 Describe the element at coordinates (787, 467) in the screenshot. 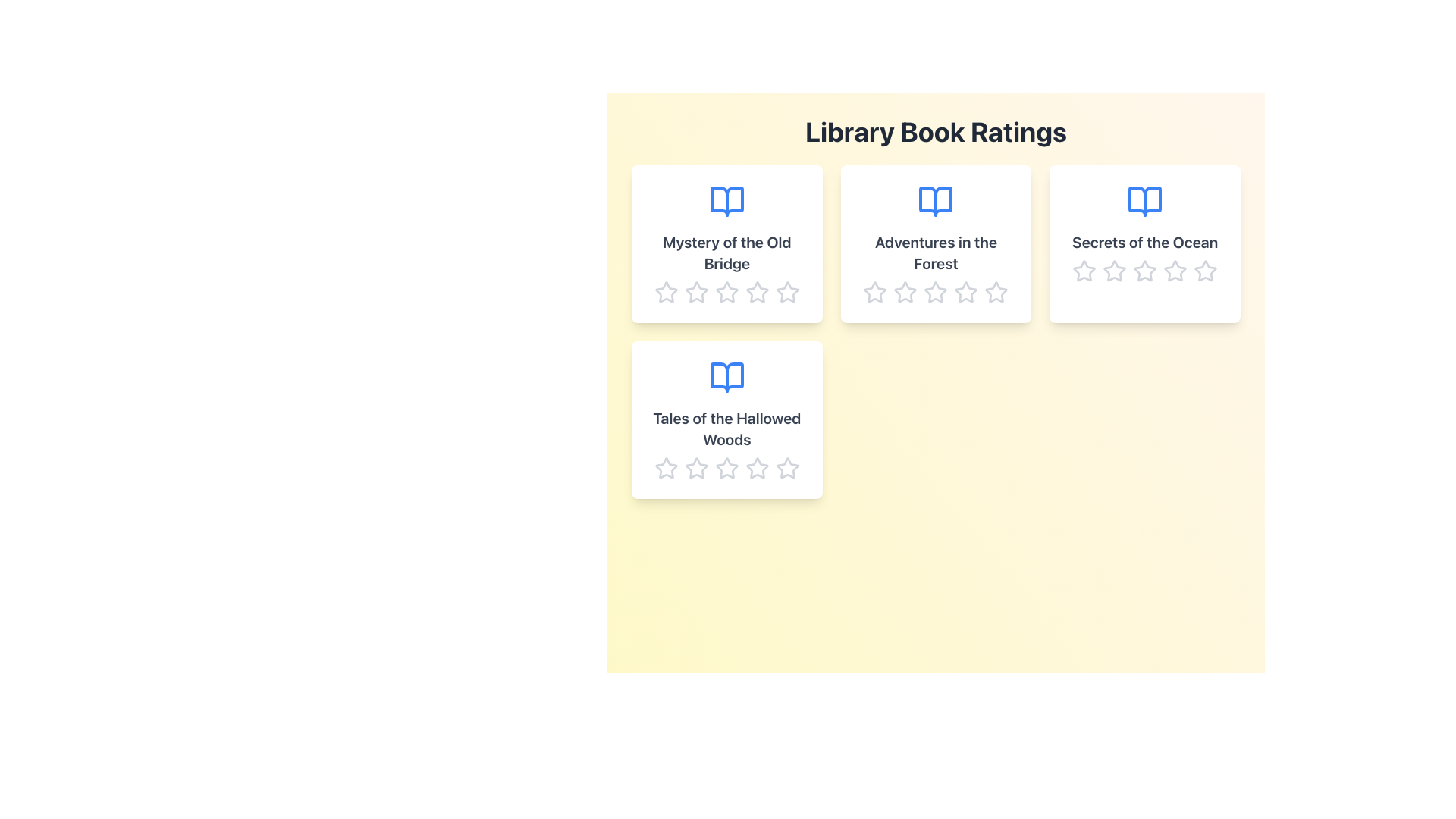

I see `the fifth star icon` at that location.